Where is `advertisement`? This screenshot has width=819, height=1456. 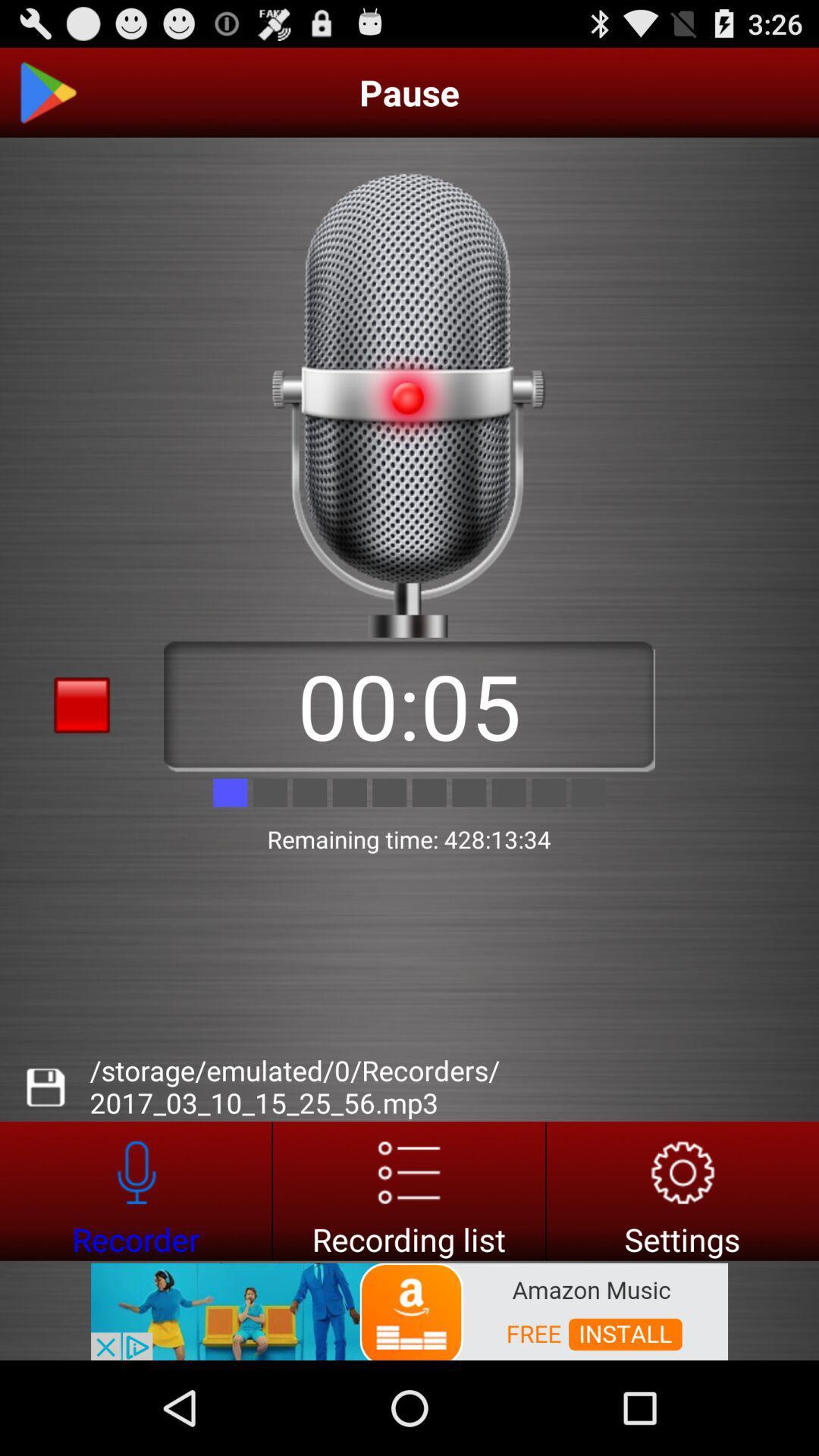 advertisement is located at coordinates (409, 1310).